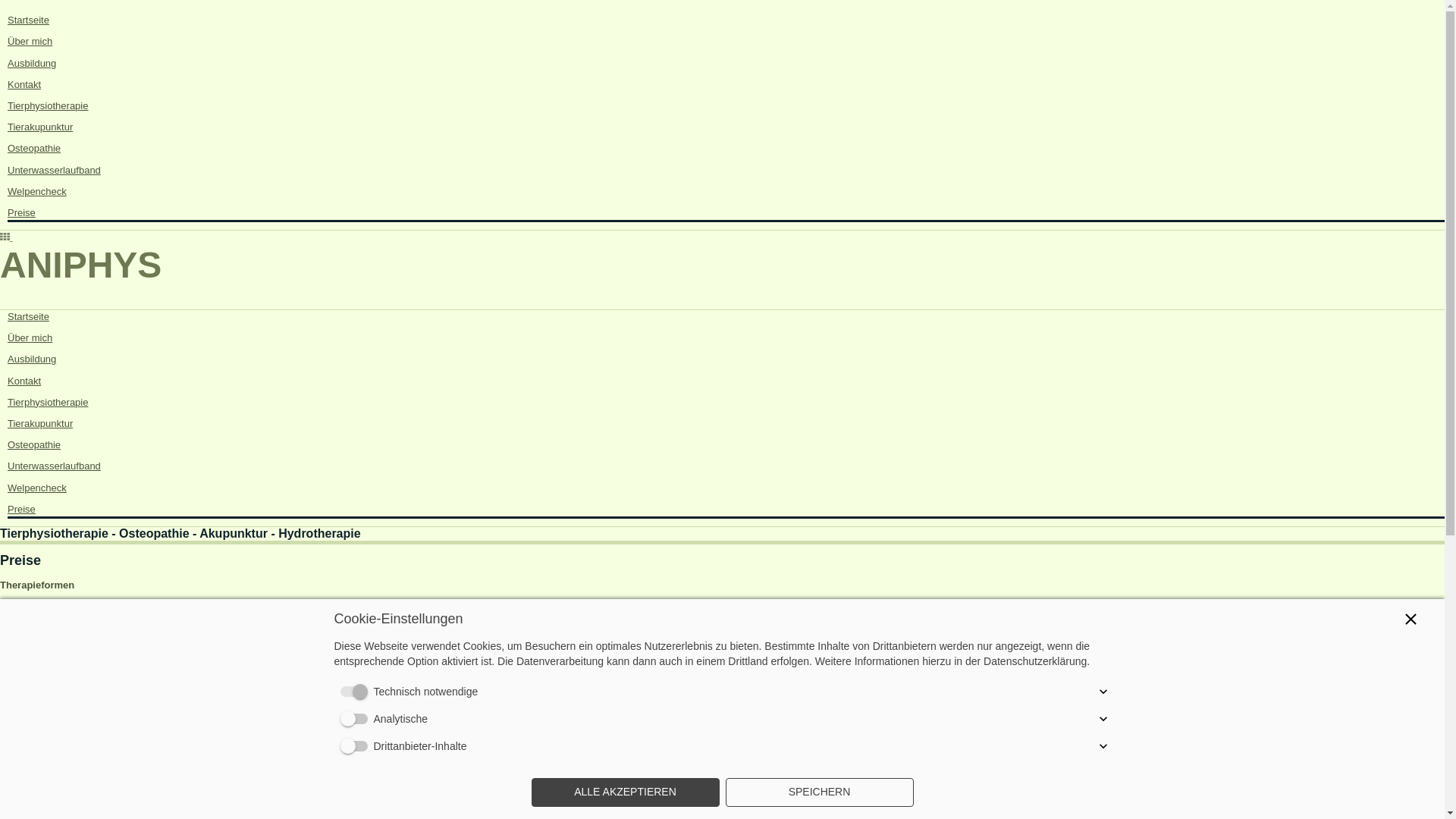 This screenshot has width=1456, height=819. What do you see at coordinates (24, 380) in the screenshot?
I see `'Kontakt'` at bounding box center [24, 380].